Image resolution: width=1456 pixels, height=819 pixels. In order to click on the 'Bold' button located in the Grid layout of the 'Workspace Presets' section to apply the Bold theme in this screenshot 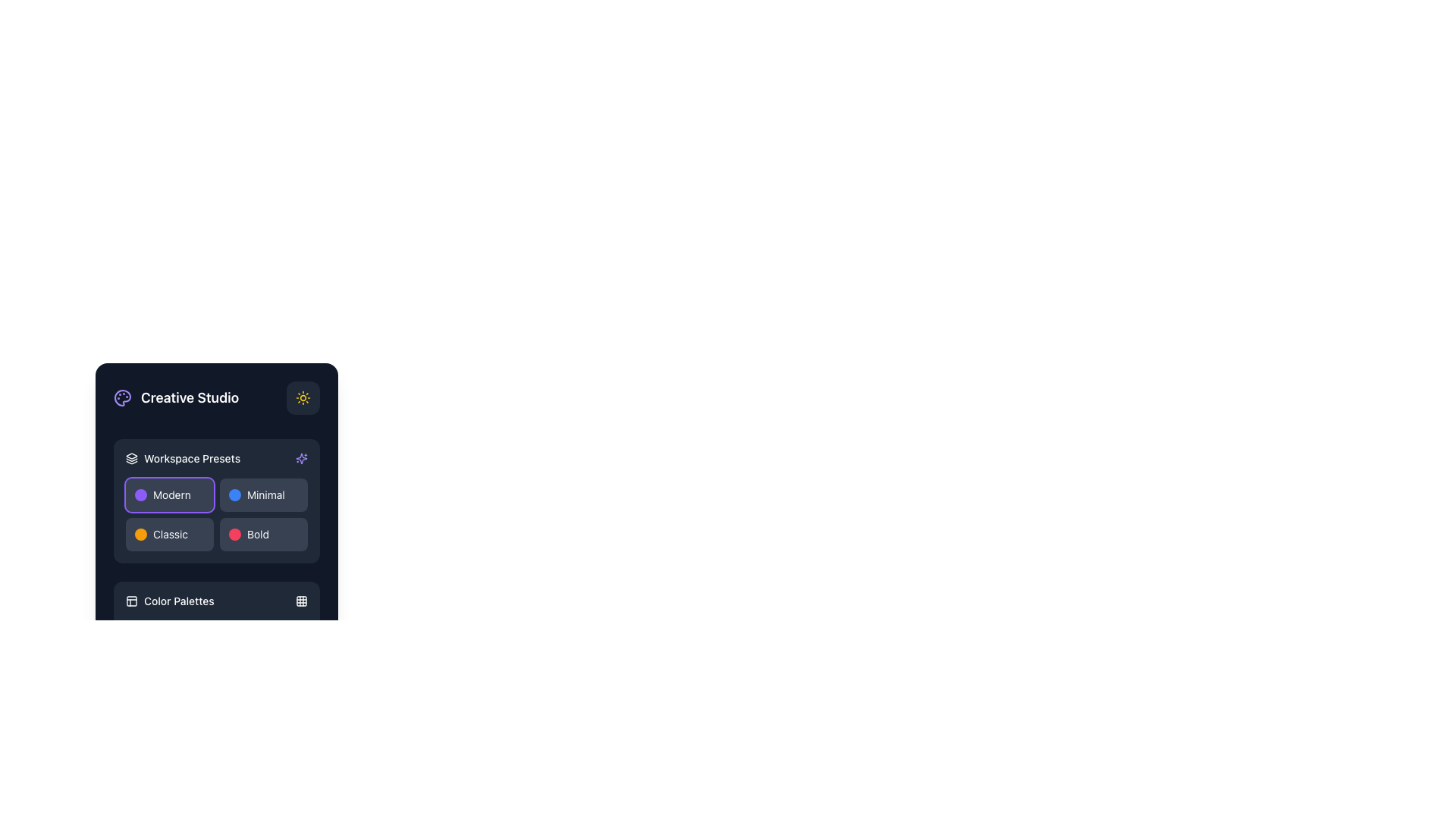, I will do `click(216, 513)`.